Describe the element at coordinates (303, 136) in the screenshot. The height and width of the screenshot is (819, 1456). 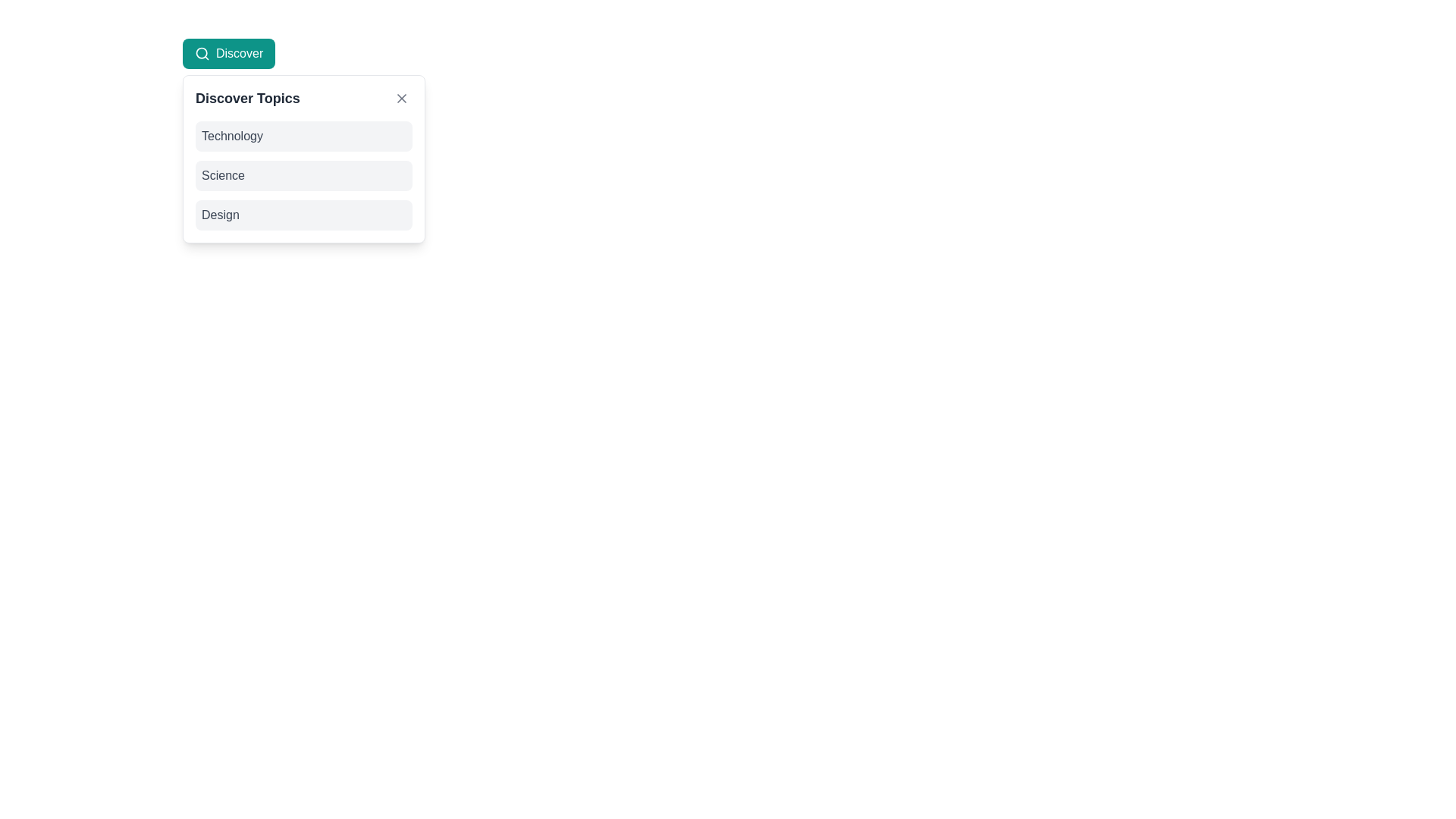
I see `the 'Technology' clickable button at the top of the 'Discover Topics' dialog box` at that location.